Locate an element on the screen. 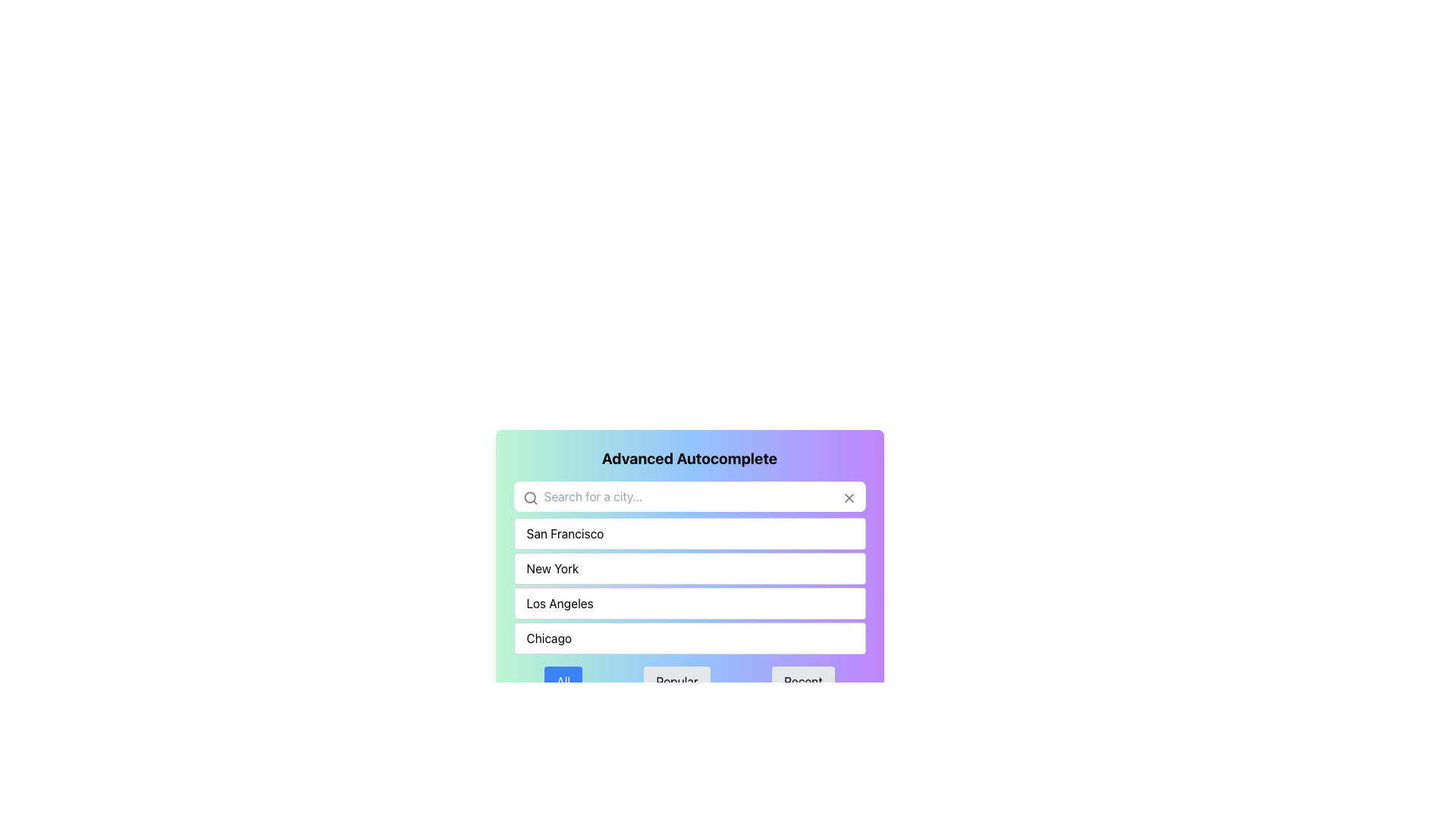  to select the 'Chicago' option in the dropdown list, which is the fourth item below 'Los Angeles' is located at coordinates (689, 638).